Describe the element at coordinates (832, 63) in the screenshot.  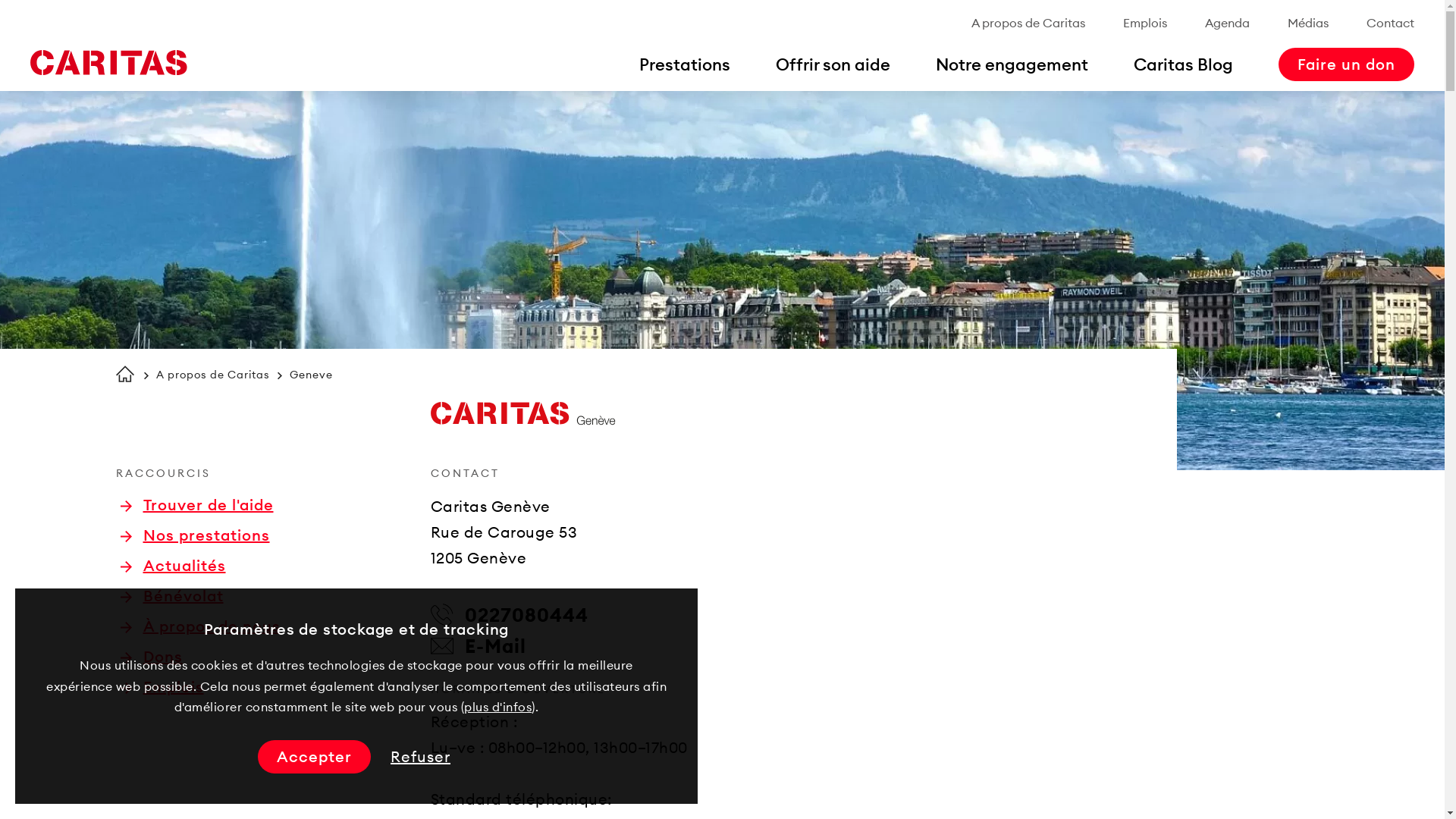
I see `'Offrir son aide'` at that location.